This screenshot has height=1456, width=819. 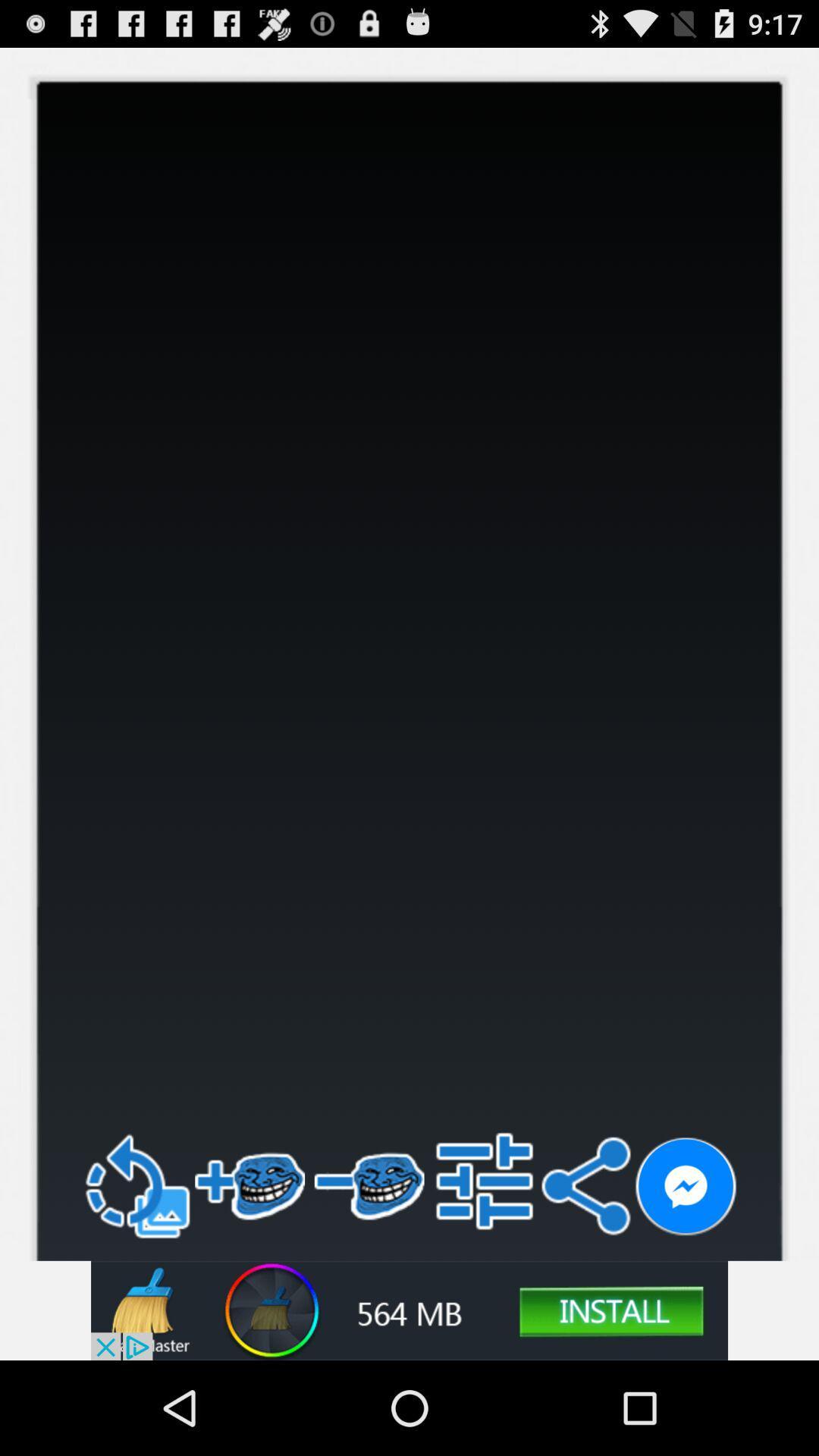 What do you see at coordinates (585, 1269) in the screenshot?
I see `the share icon` at bounding box center [585, 1269].